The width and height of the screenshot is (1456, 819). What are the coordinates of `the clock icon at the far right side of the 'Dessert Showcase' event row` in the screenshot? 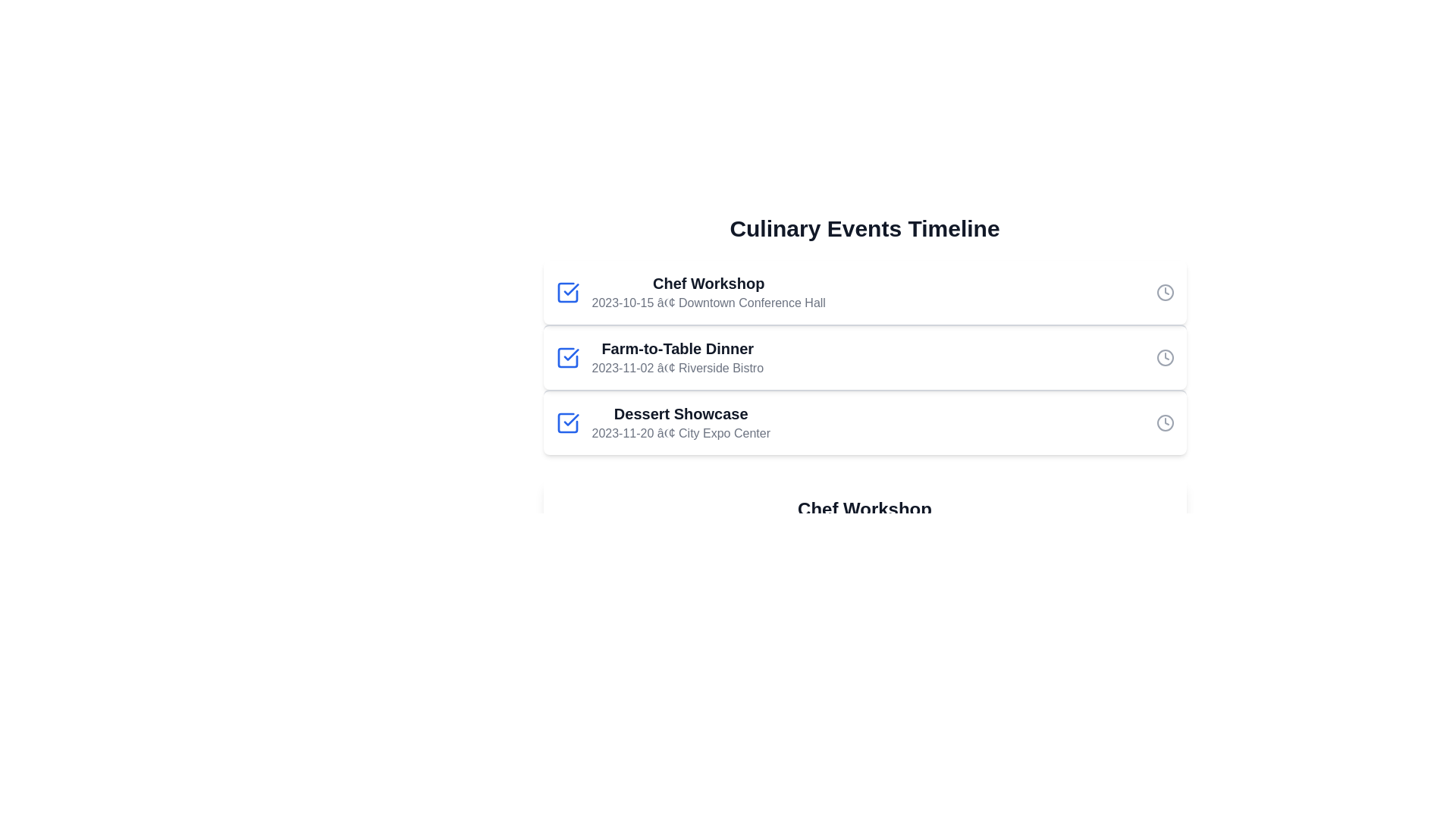 It's located at (1164, 423).